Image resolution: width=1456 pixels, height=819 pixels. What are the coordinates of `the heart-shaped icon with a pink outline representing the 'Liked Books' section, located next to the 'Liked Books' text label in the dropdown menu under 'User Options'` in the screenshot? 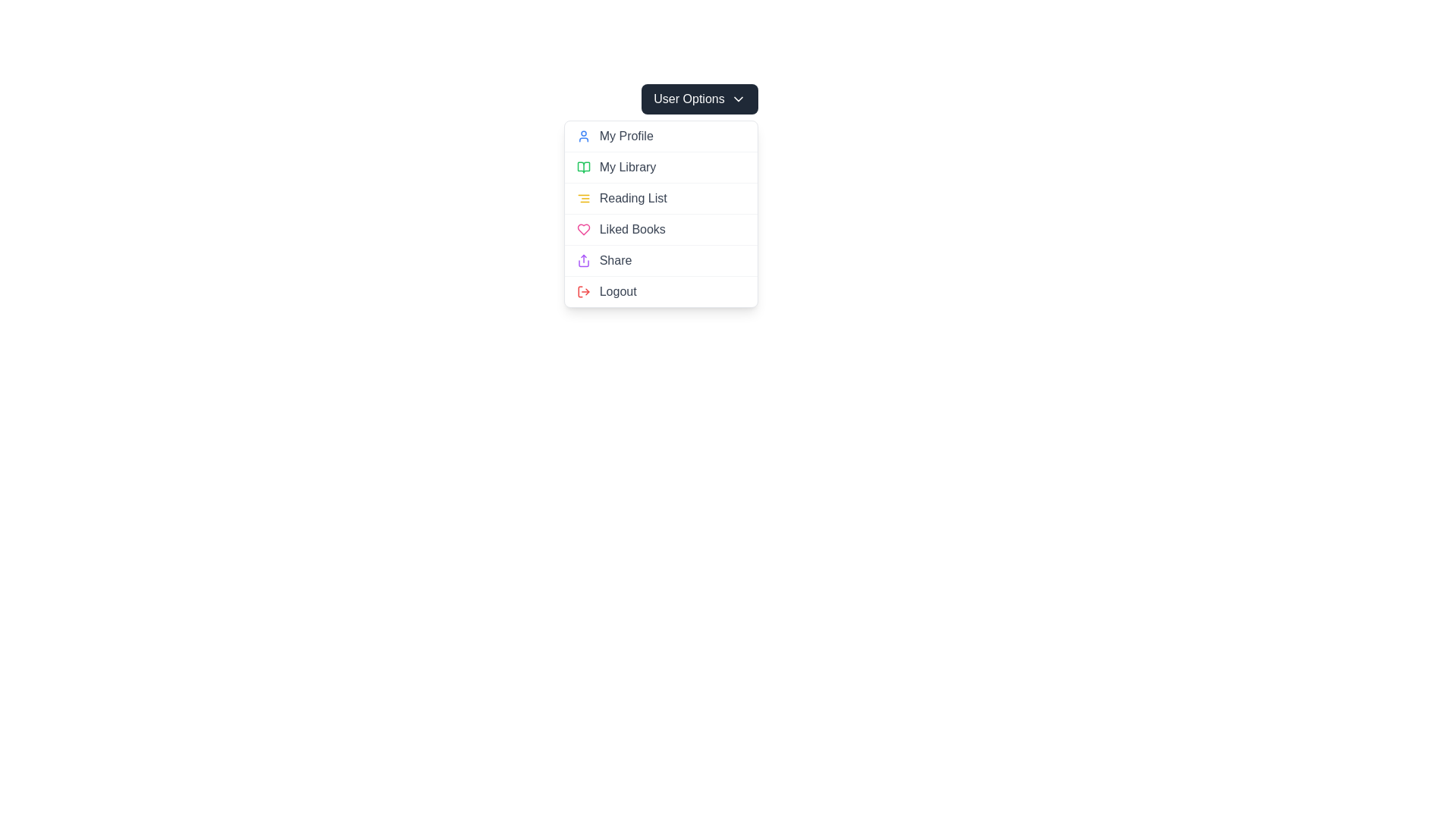 It's located at (582, 230).